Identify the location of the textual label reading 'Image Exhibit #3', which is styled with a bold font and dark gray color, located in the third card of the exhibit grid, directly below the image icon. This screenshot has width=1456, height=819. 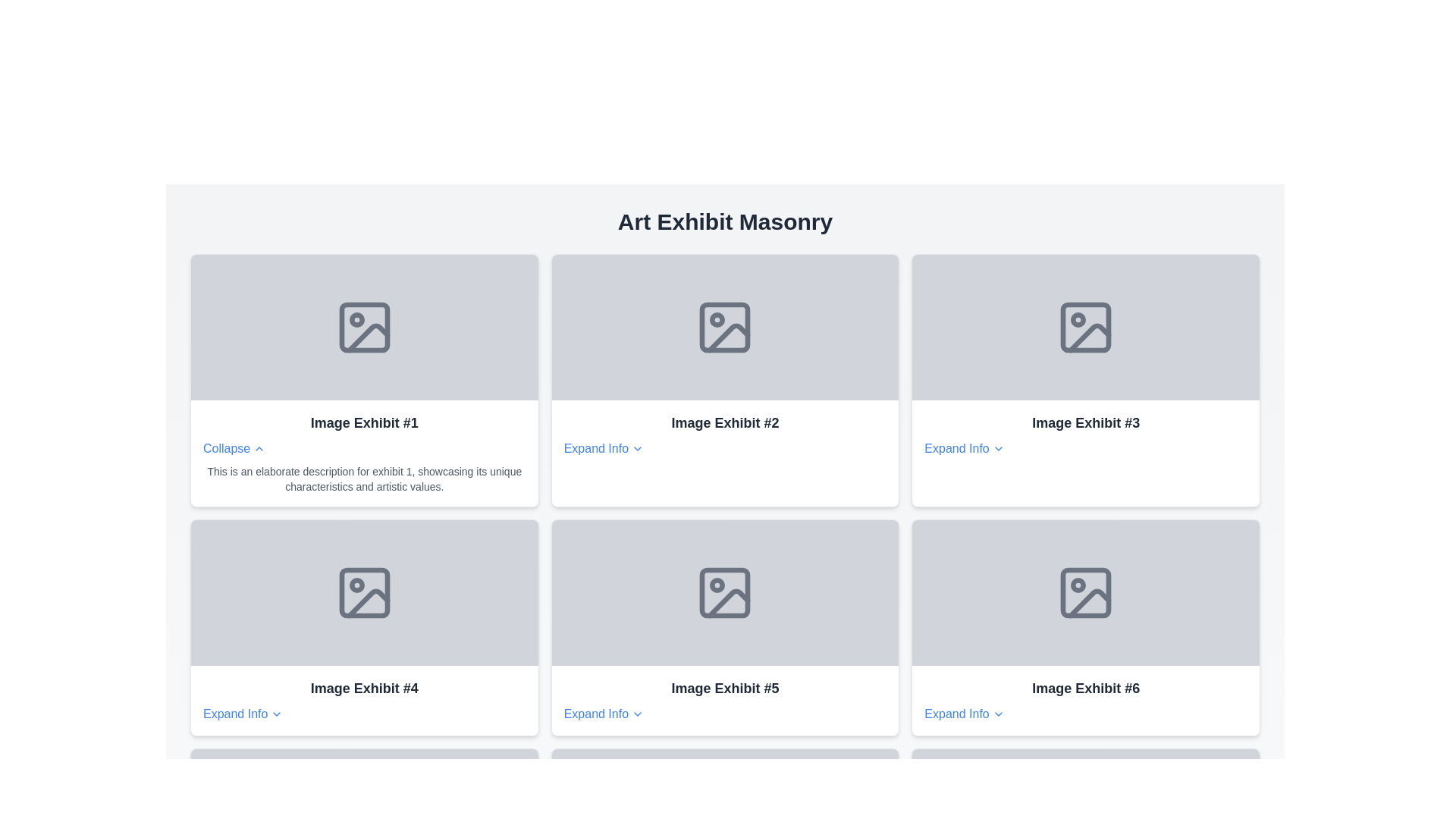
(1085, 423).